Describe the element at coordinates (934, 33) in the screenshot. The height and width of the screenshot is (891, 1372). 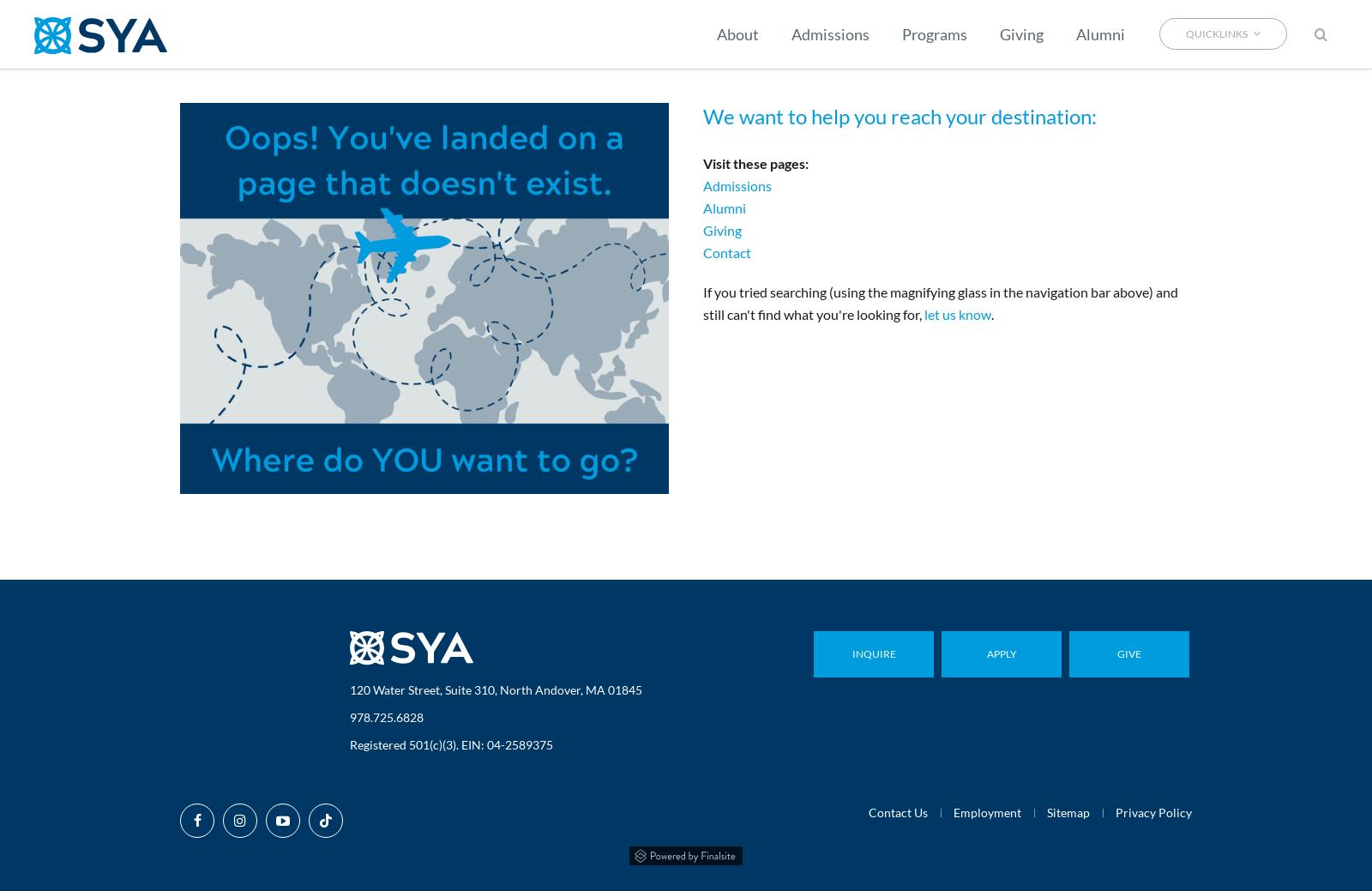
I see `'Programs'` at that location.